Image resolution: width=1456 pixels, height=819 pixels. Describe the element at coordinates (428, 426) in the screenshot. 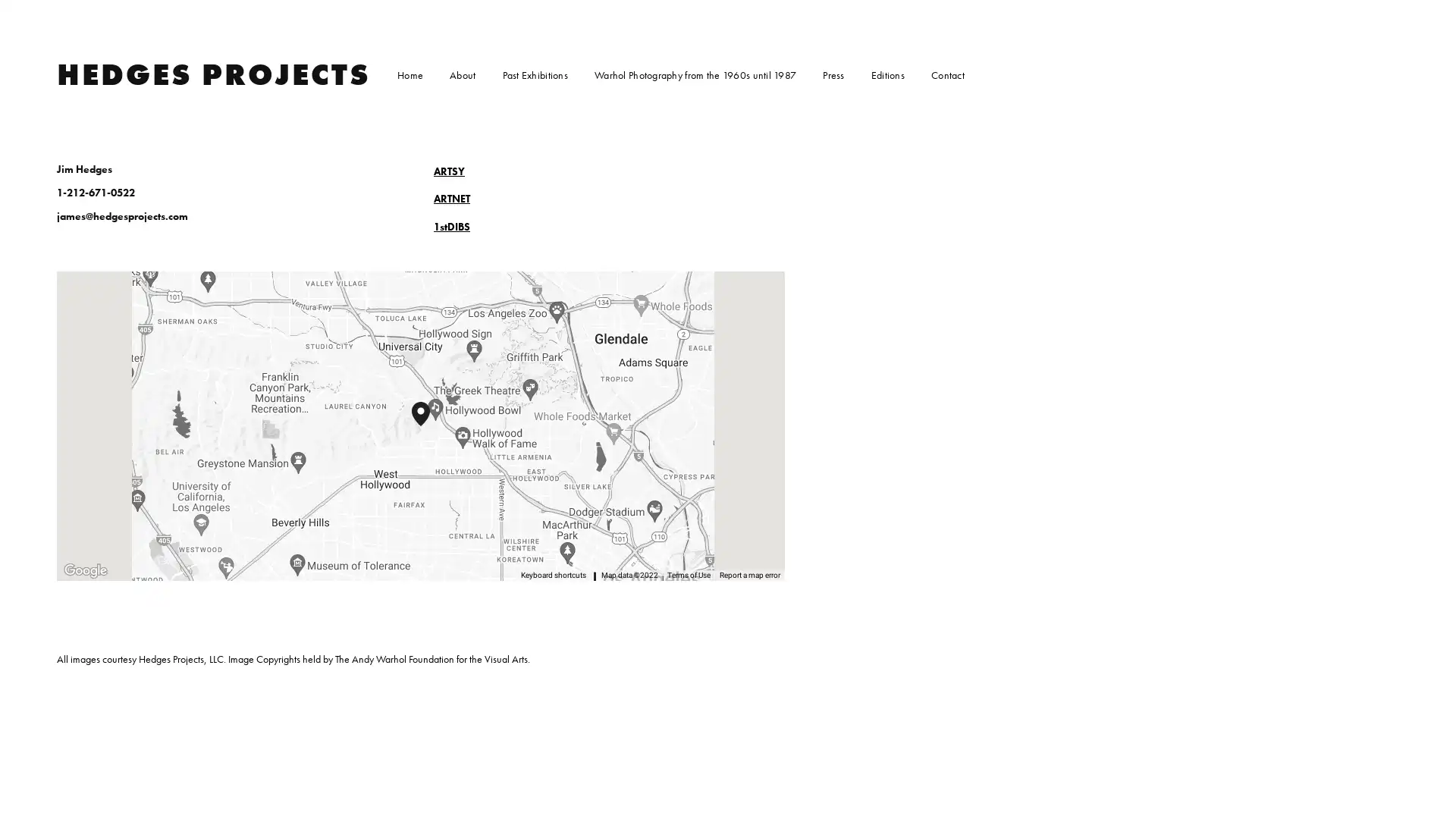

I see `2120 Outpost Drive Los Angeles, CA, 90068, United States` at that location.